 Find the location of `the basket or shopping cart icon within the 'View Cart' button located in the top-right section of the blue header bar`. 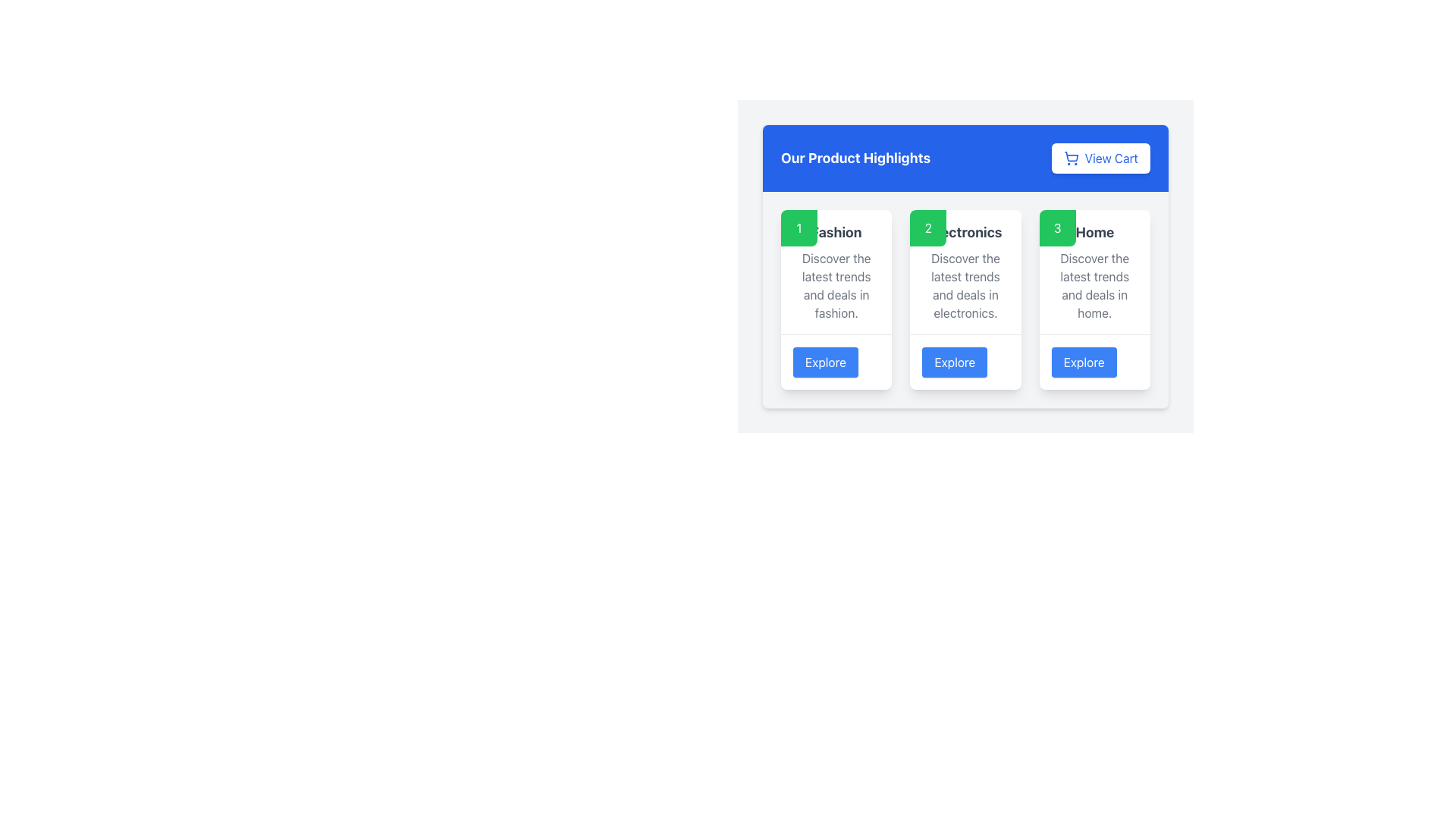

the basket or shopping cart icon within the 'View Cart' button located in the top-right section of the blue header bar is located at coordinates (1070, 156).